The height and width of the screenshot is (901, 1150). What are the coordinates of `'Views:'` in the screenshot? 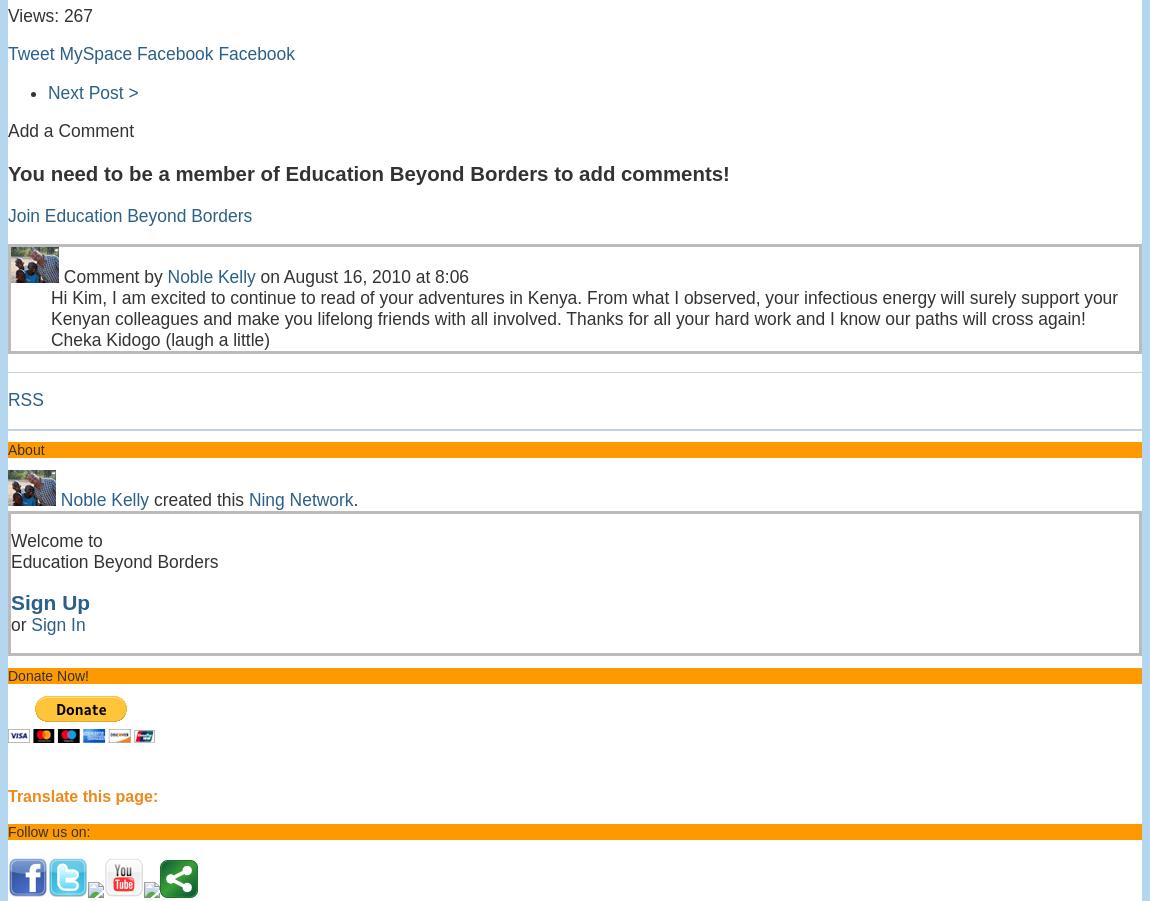 It's located at (32, 13).